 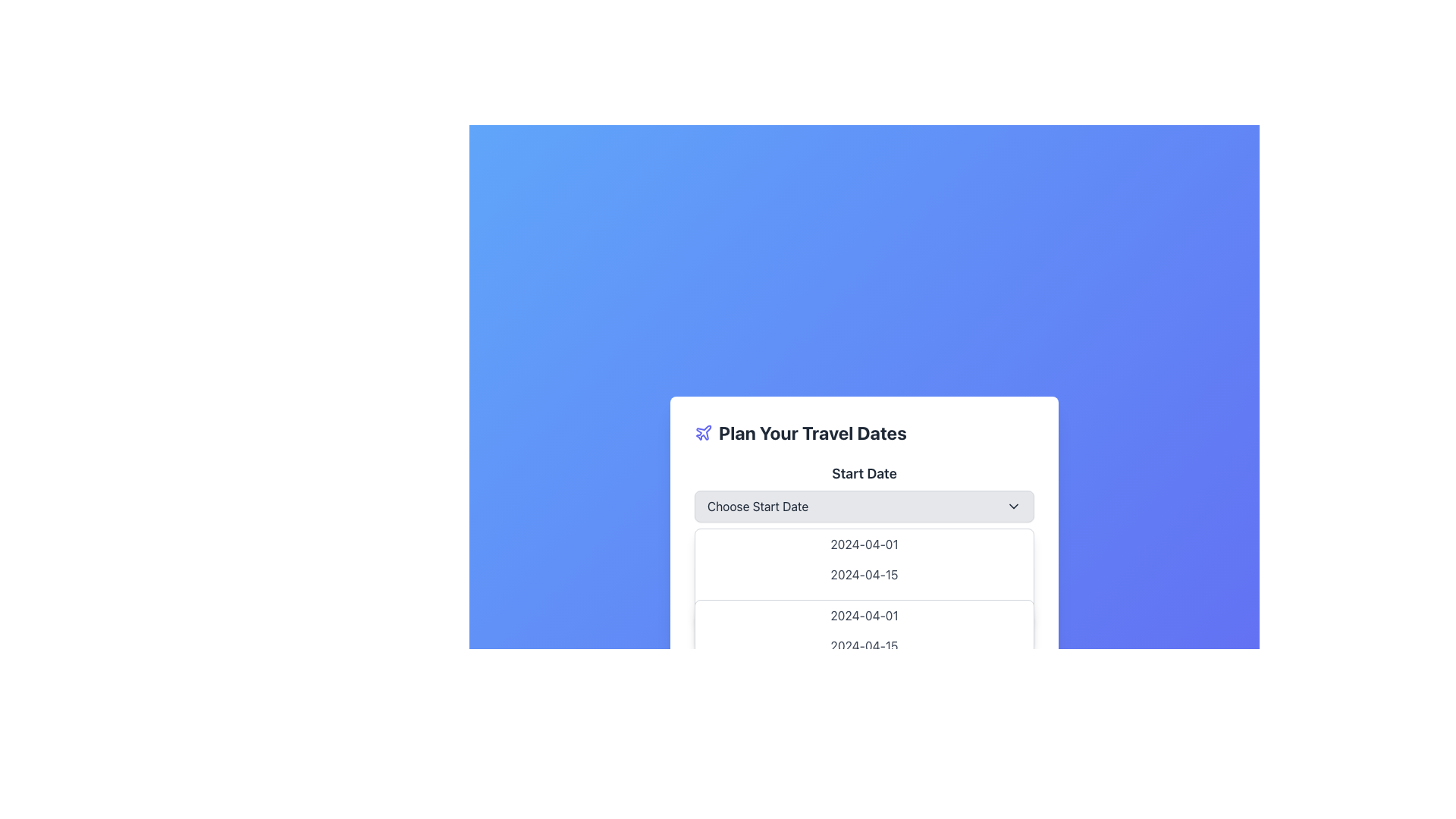 What do you see at coordinates (864, 575) in the screenshot?
I see `the second date option '2024-04-15' in the dropdown menu` at bounding box center [864, 575].